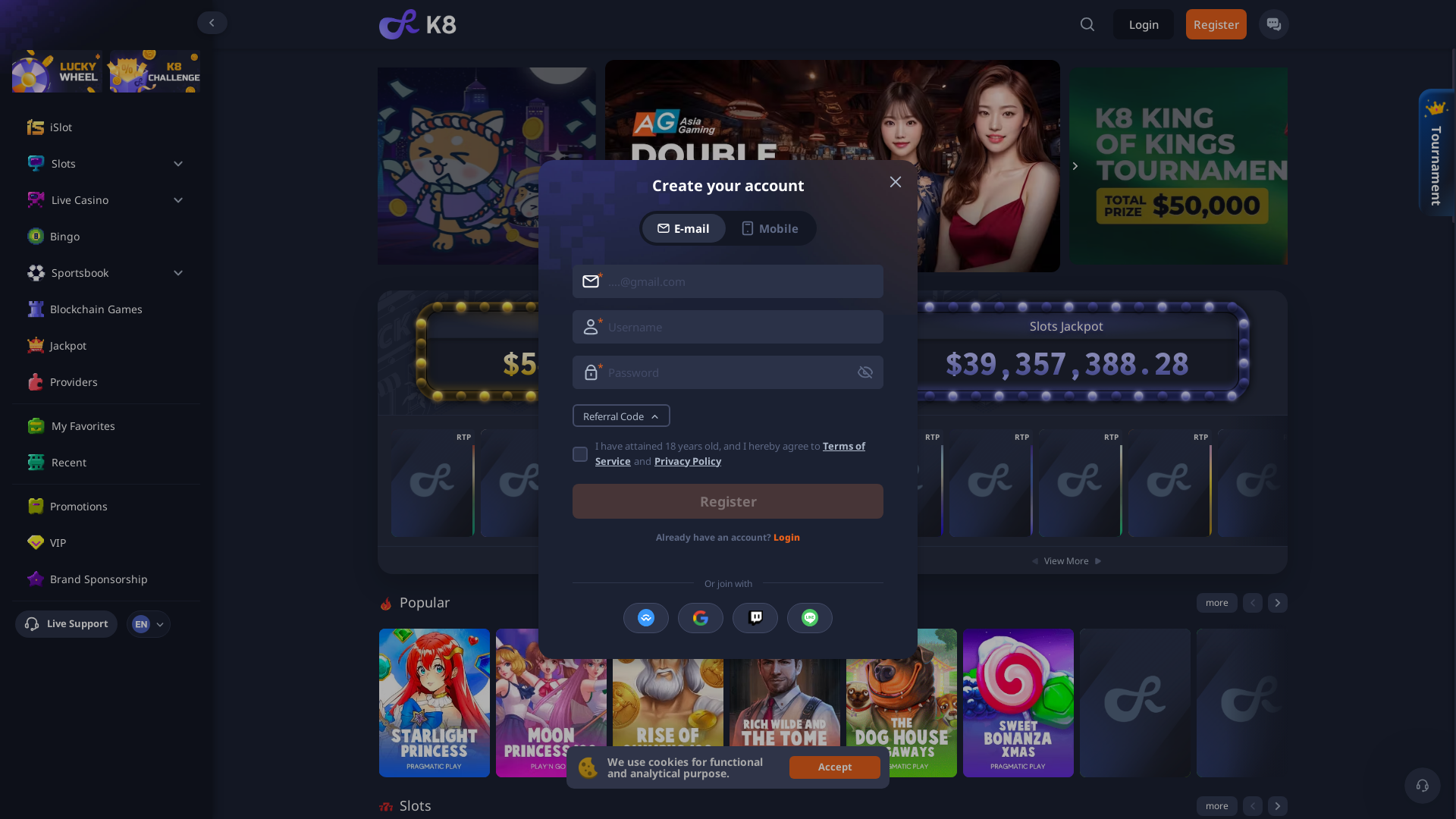 This screenshot has height=819, width=1456. Describe the element at coordinates (846, 702) in the screenshot. I see `'The Dog House Megaways'` at that location.